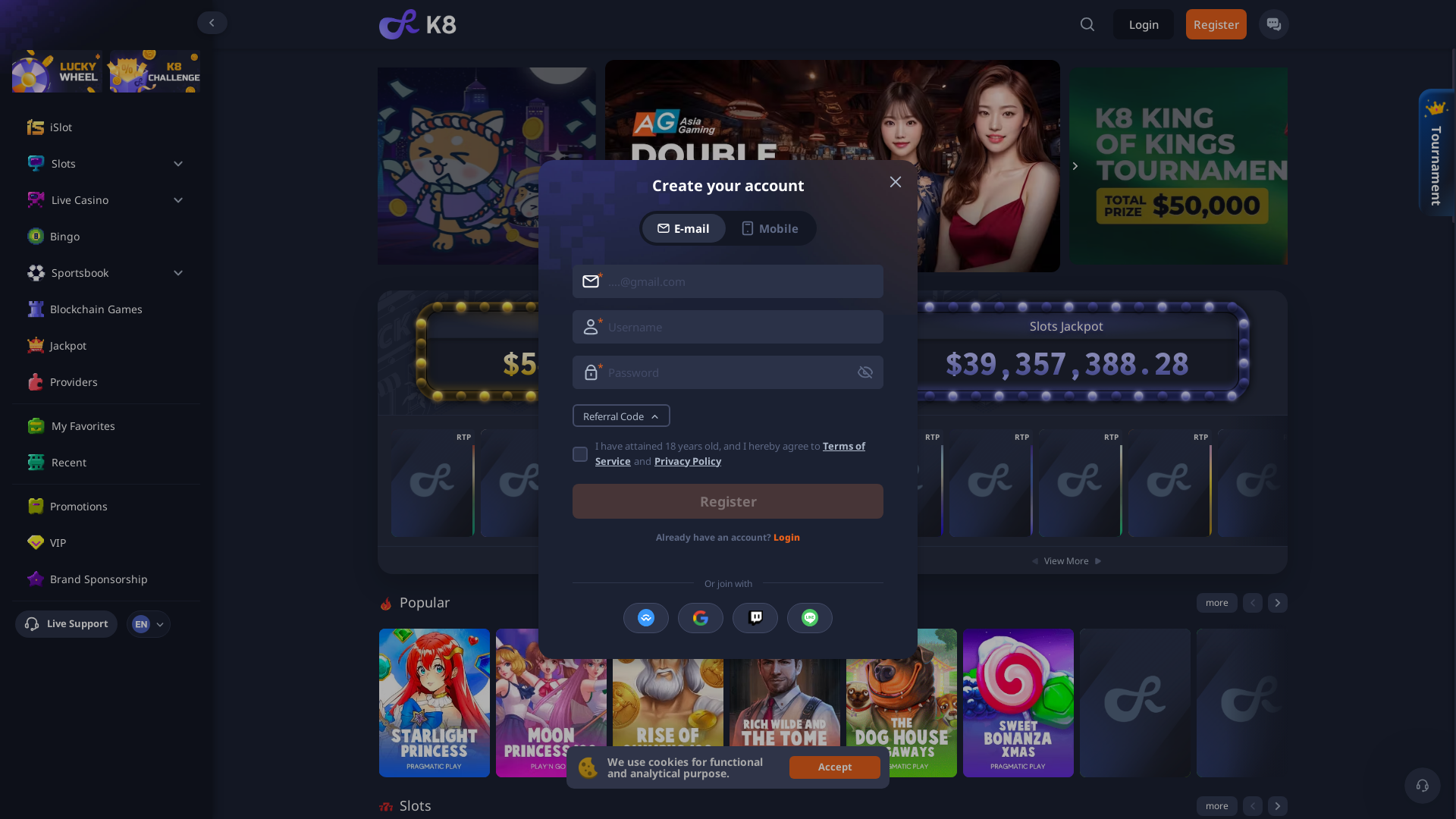 This screenshot has height=819, width=1456. Describe the element at coordinates (846, 702) in the screenshot. I see `'The Dog House Megaways'` at that location.